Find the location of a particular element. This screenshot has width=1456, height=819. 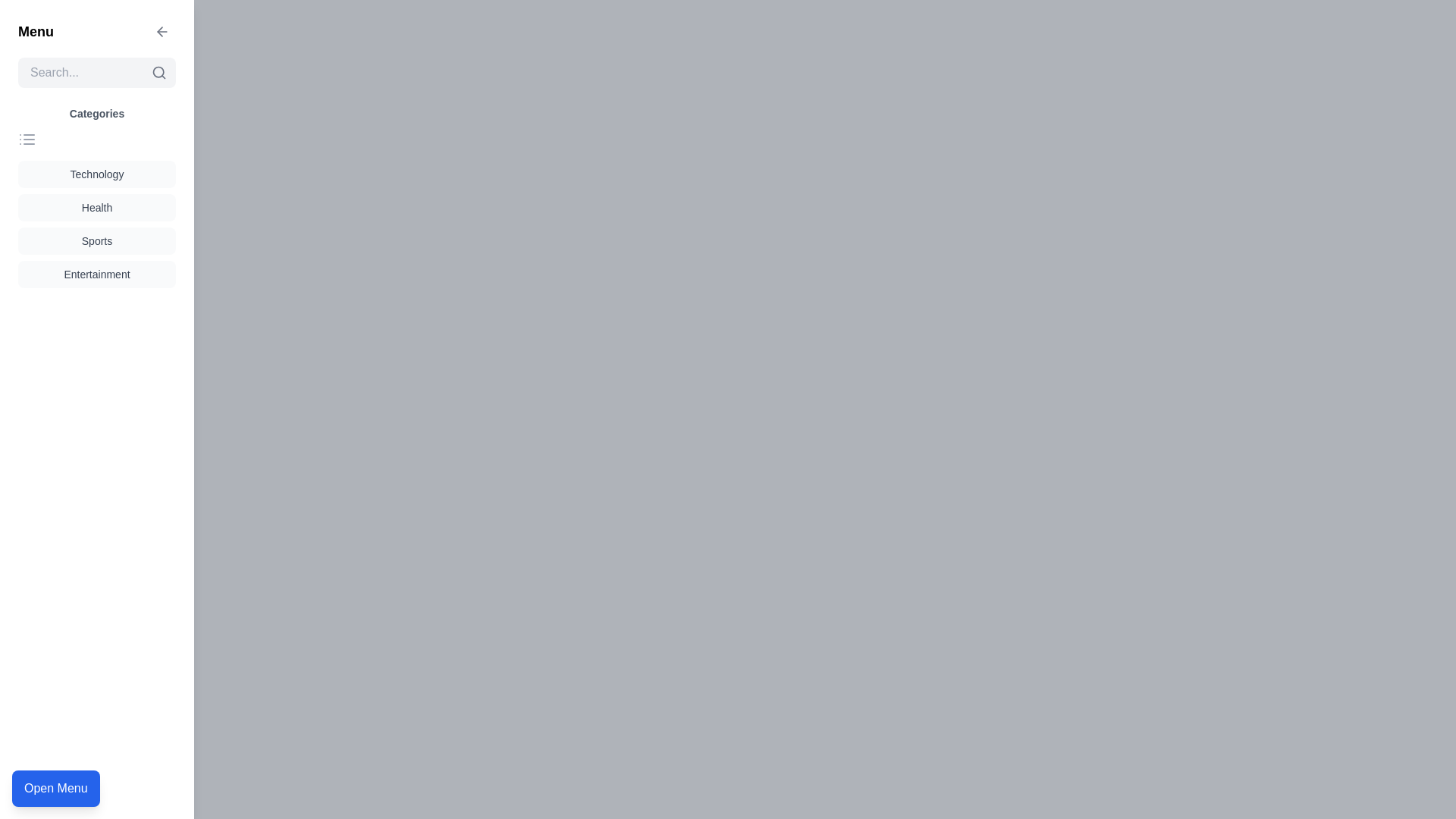

the third button in the vertical stack of category buttons under the 'Categories' heading in the left sidebar is located at coordinates (96, 240).